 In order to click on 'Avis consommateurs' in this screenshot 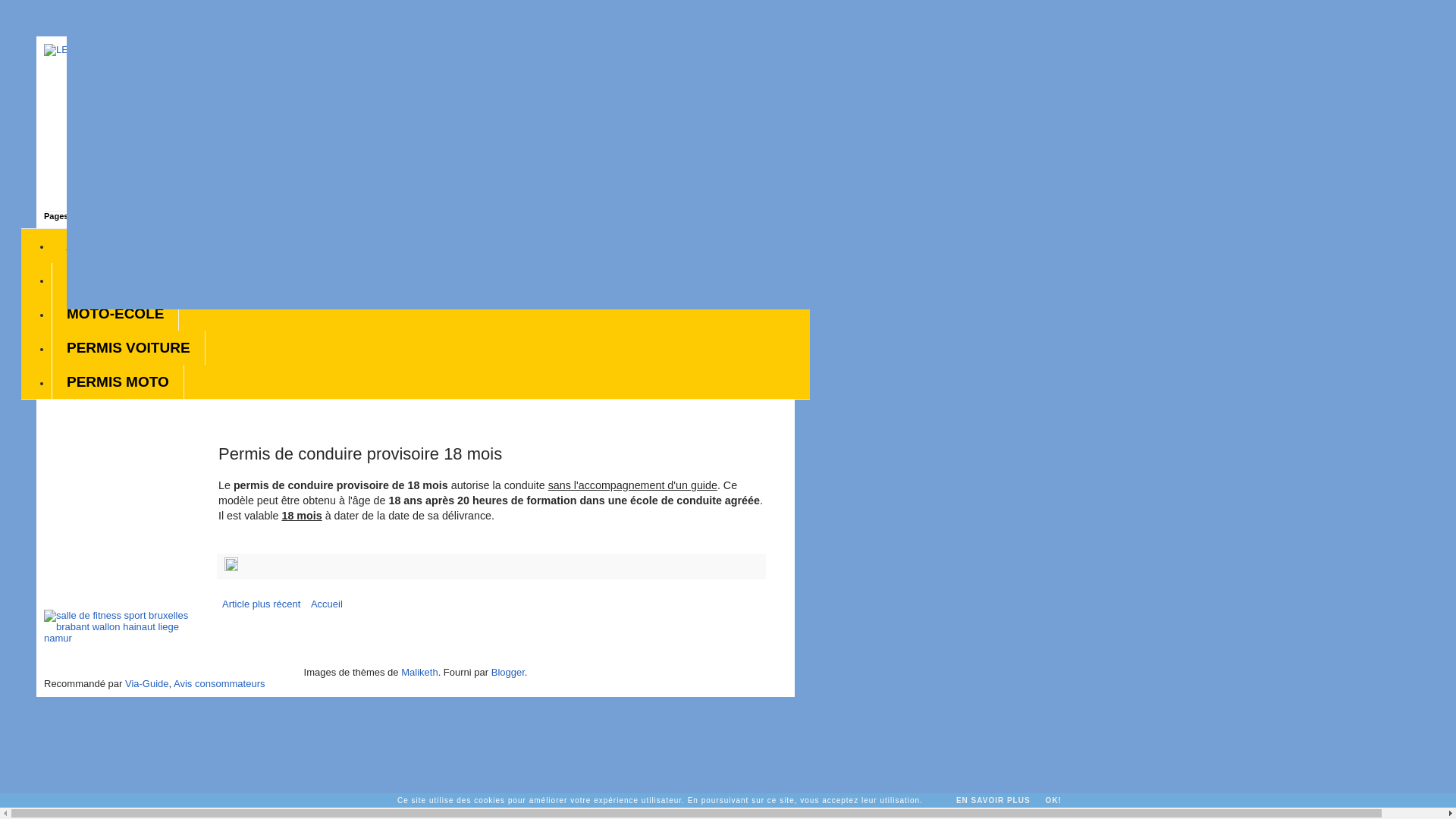, I will do `click(174, 683)`.